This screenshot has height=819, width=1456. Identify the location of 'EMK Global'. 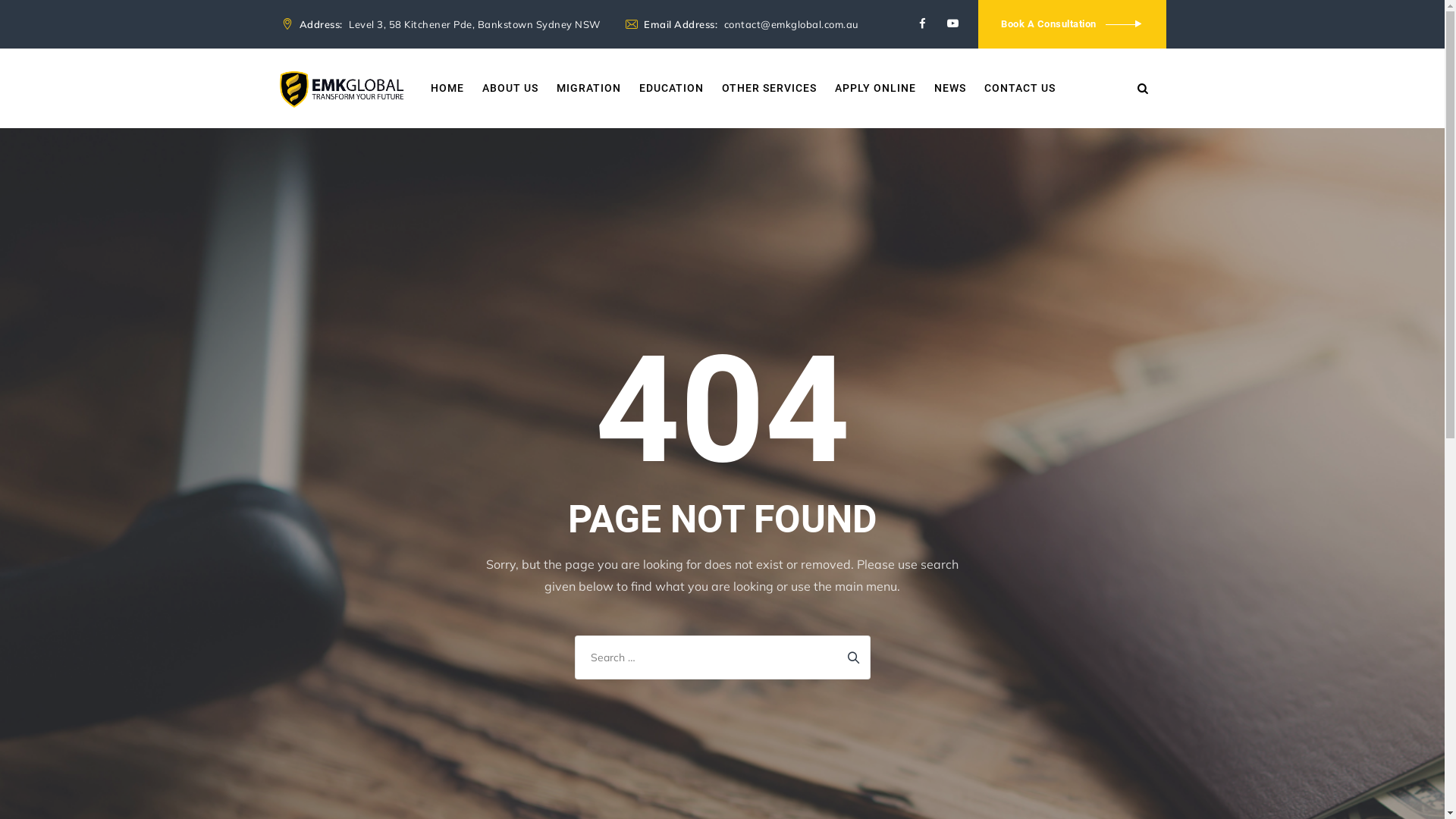
(340, 88).